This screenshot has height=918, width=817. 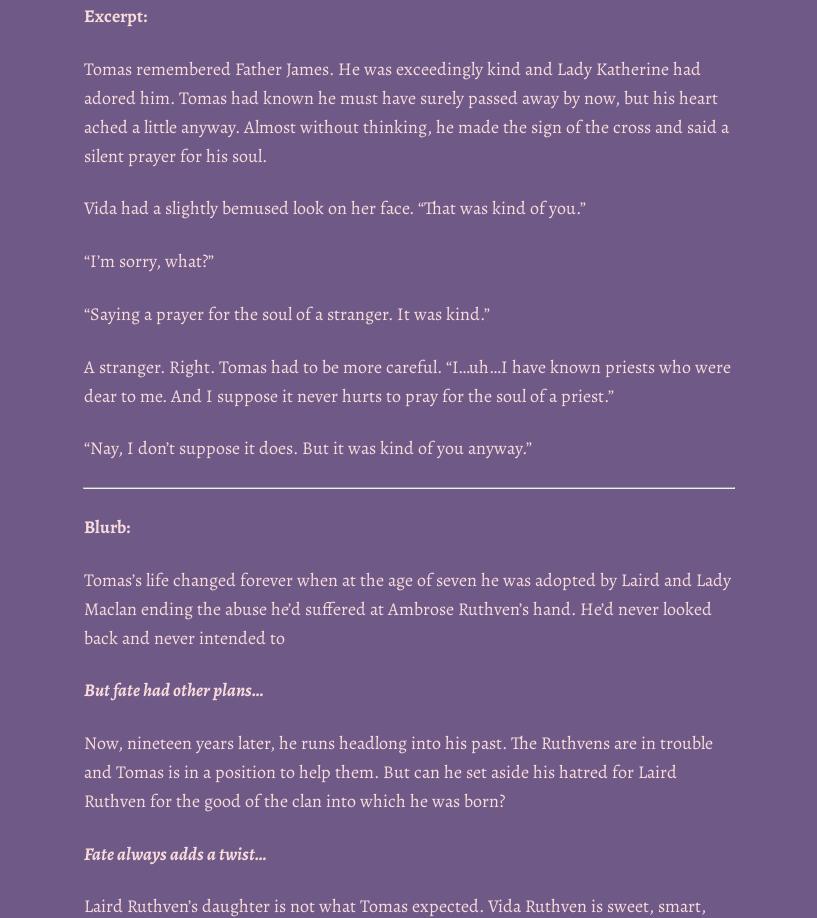 What do you see at coordinates (83, 380) in the screenshot?
I see `'A stranger. Right. Tomas had to be more careful. “I…uh…I have known priests who were dear to me. And I suppose it never hurts to pray for the soul of a priest.”'` at bounding box center [83, 380].